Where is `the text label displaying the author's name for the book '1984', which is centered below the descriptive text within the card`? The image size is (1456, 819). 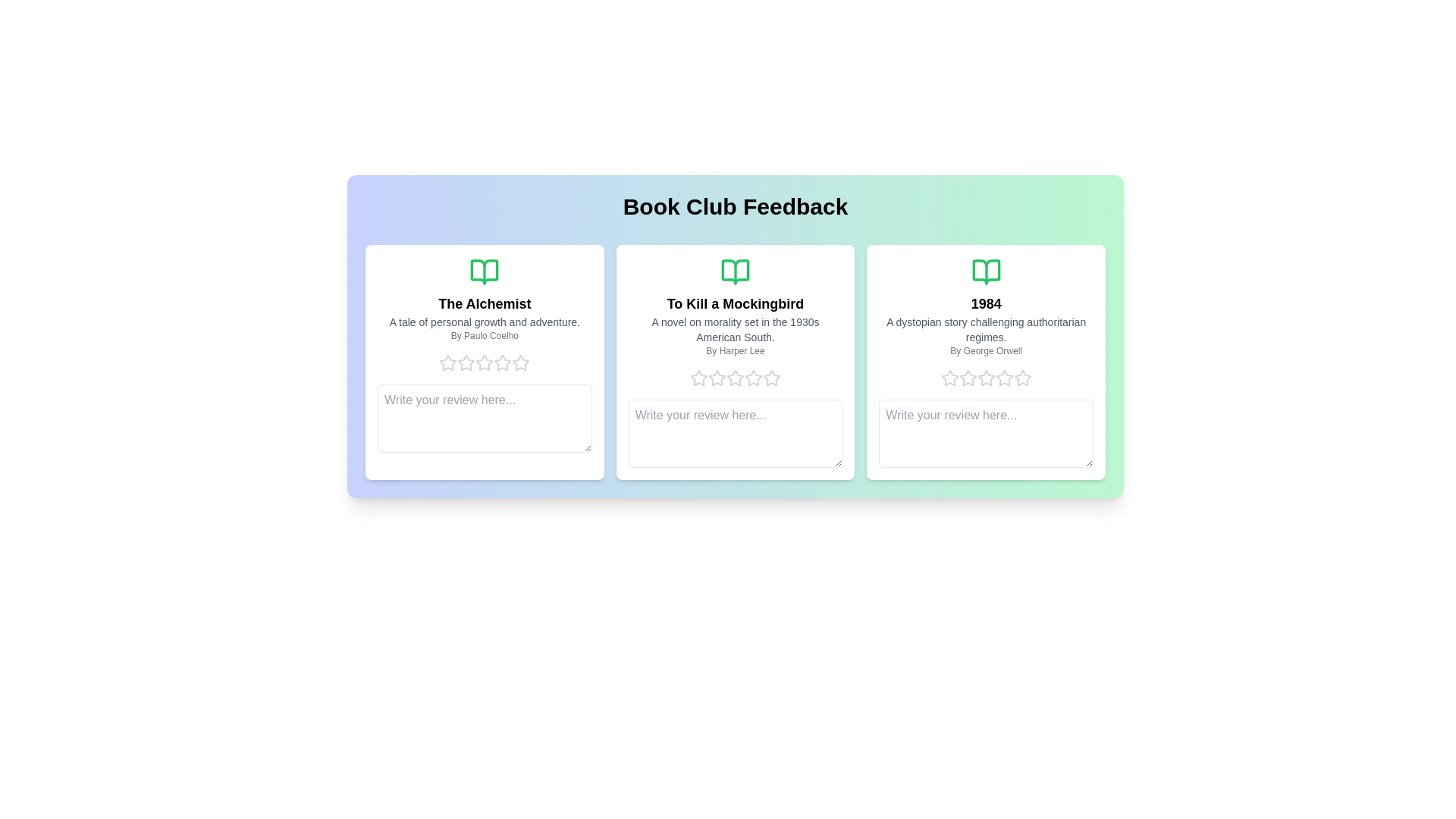
the text label displaying the author's name for the book '1984', which is centered below the descriptive text within the card is located at coordinates (986, 350).